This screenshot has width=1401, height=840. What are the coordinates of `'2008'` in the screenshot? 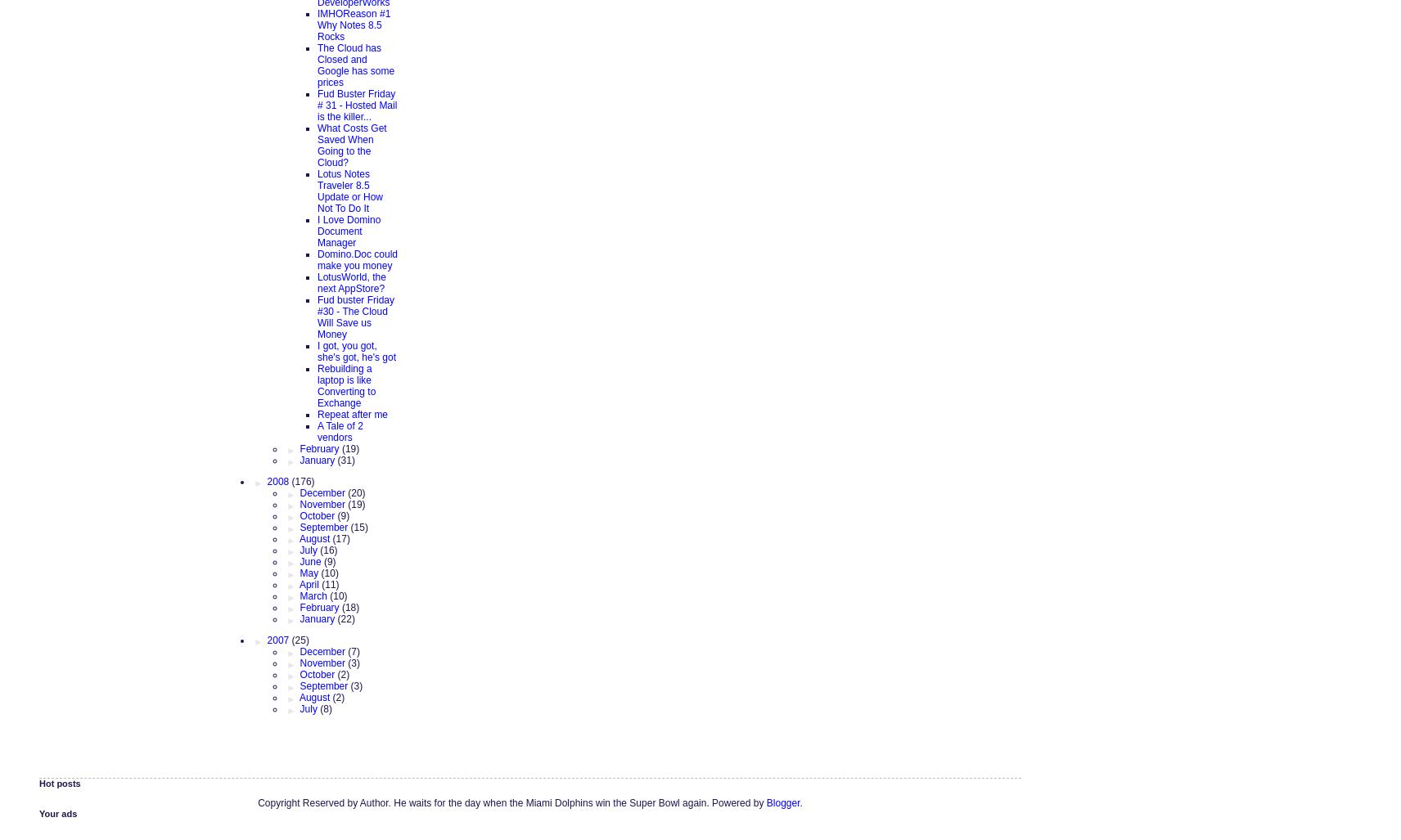 It's located at (279, 480).